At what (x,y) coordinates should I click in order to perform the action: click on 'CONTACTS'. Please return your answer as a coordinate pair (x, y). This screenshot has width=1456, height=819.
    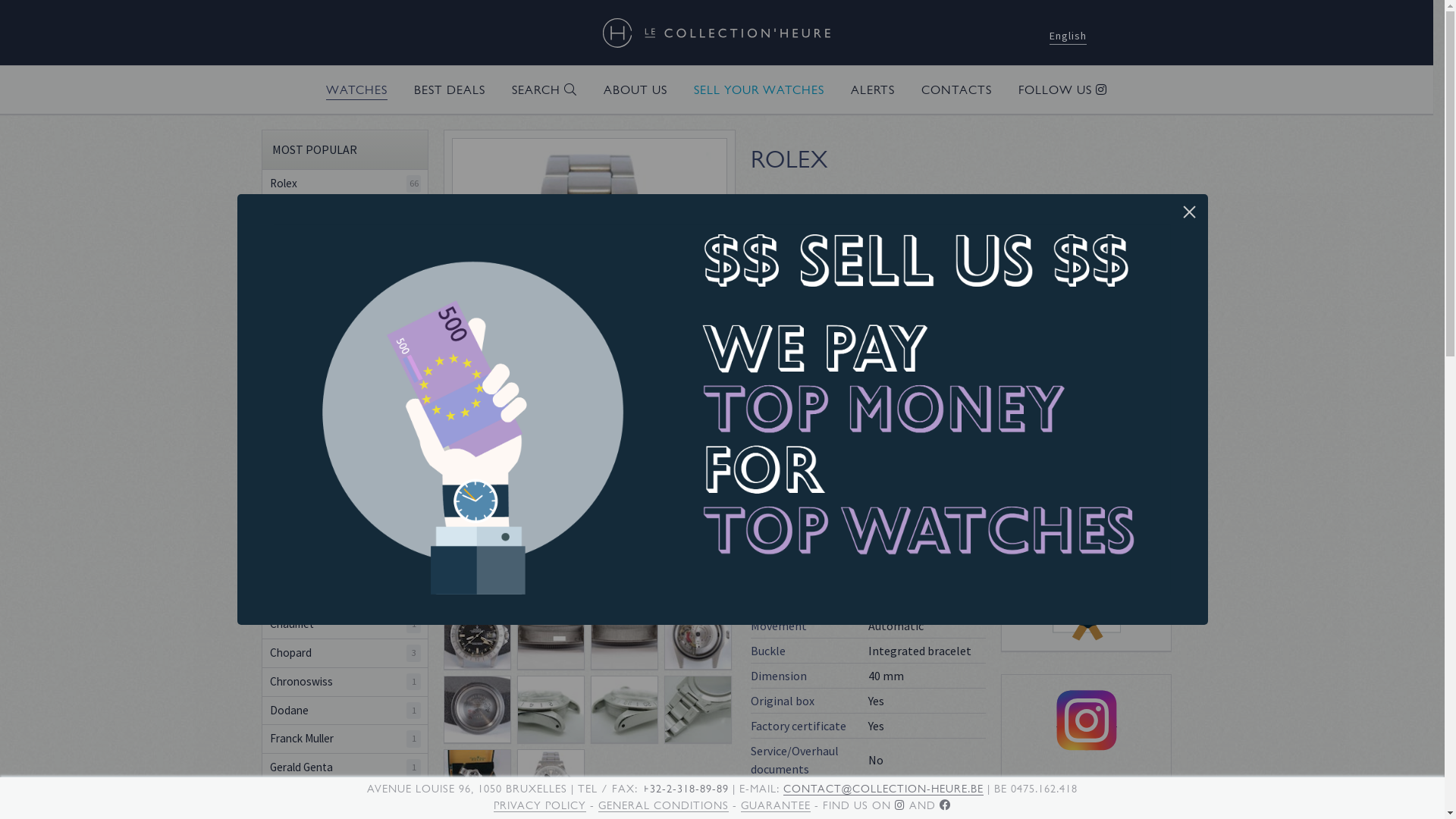
    Looking at the image, I should click on (955, 90).